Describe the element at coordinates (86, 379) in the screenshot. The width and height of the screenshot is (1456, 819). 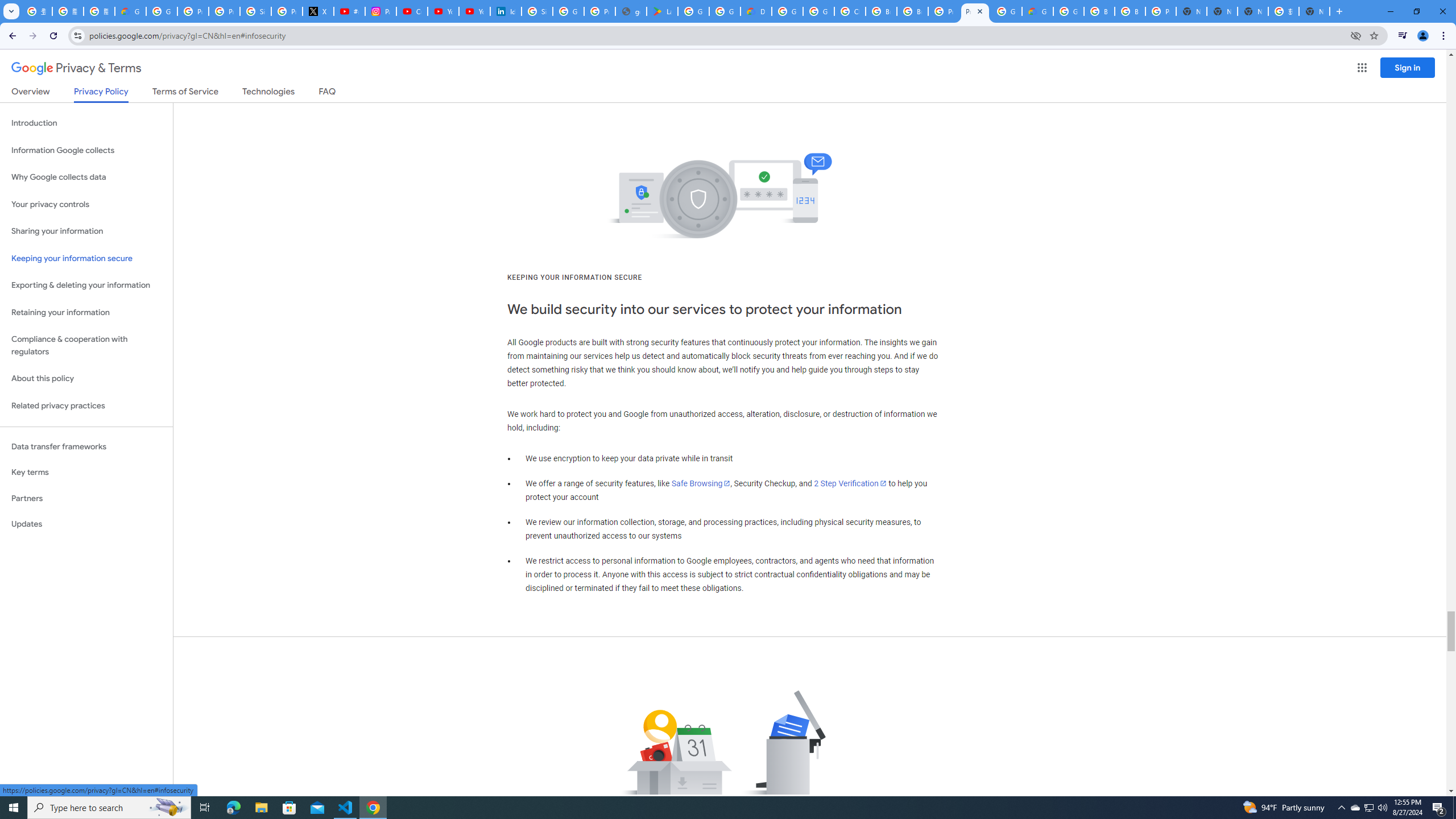
I see `'About this policy'` at that location.